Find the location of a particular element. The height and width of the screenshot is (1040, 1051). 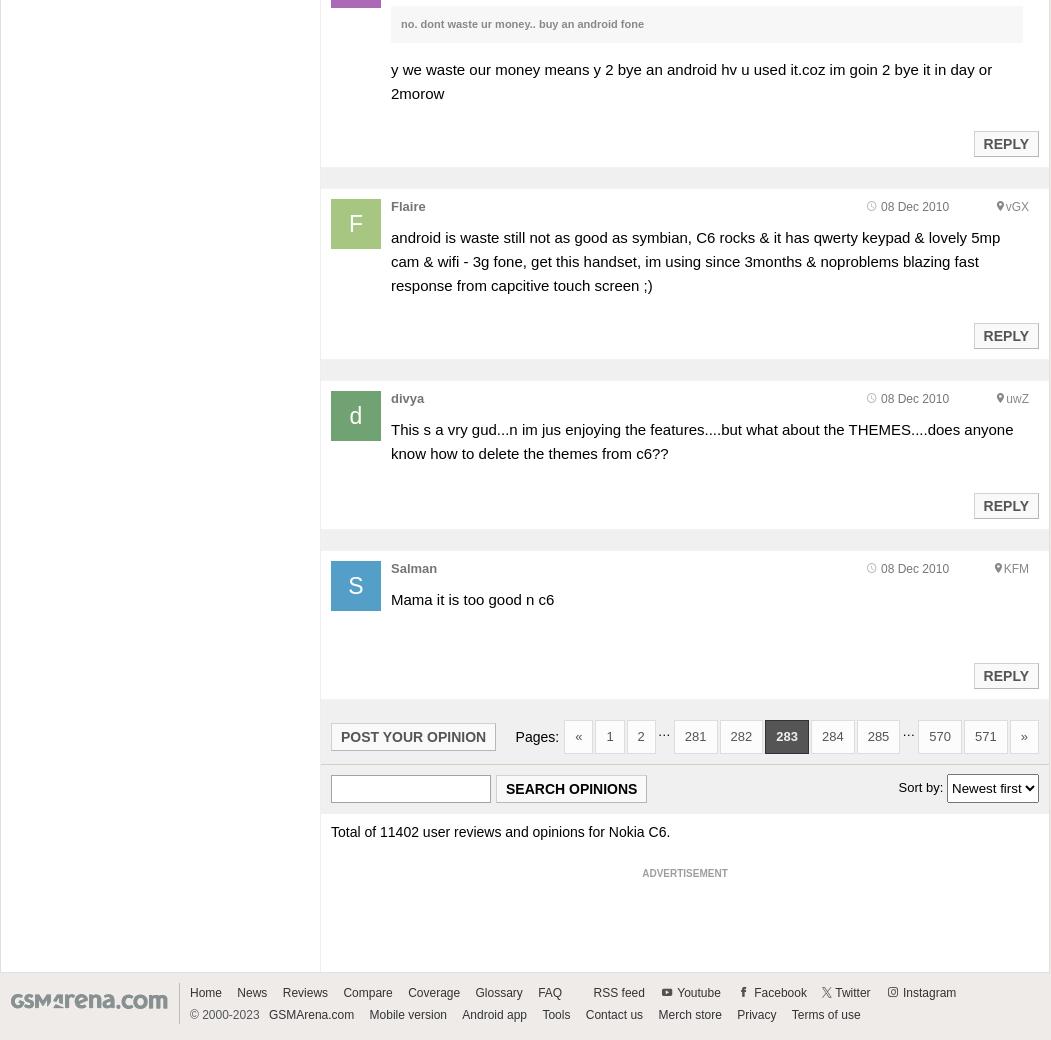

'KFM' is located at coordinates (1002, 567).